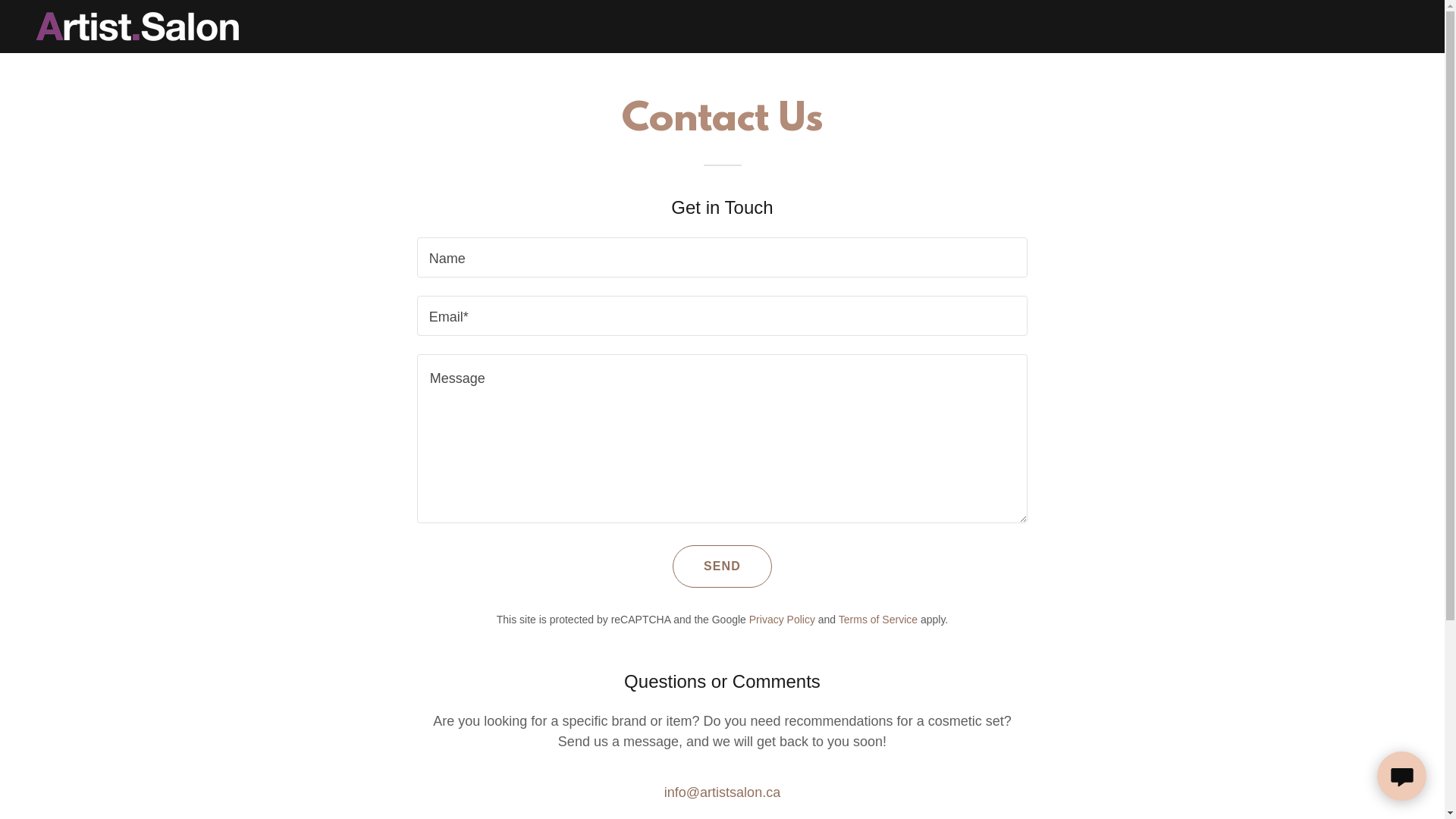 This screenshot has width=1456, height=819. What do you see at coordinates (877, 620) in the screenshot?
I see `'Terms of Service'` at bounding box center [877, 620].